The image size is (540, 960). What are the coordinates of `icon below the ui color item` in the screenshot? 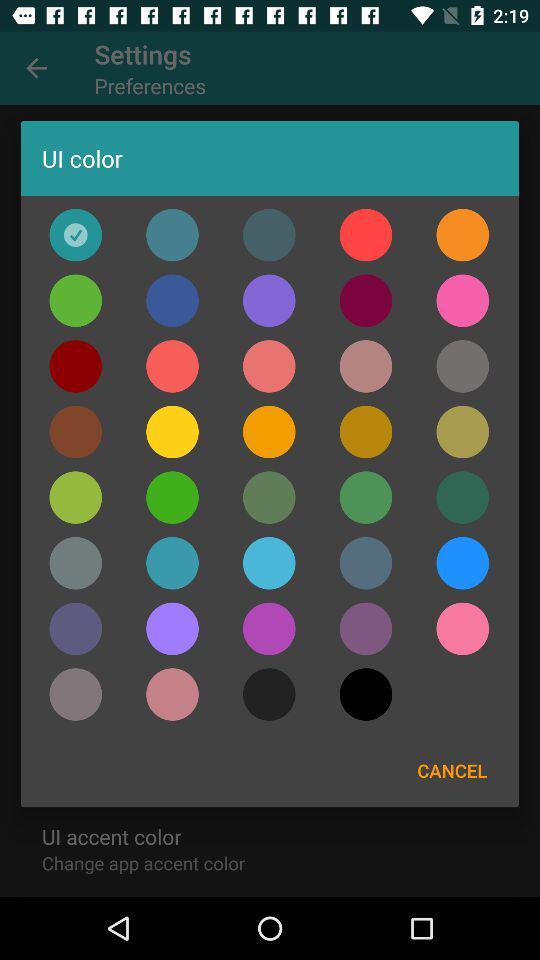 It's located at (172, 235).